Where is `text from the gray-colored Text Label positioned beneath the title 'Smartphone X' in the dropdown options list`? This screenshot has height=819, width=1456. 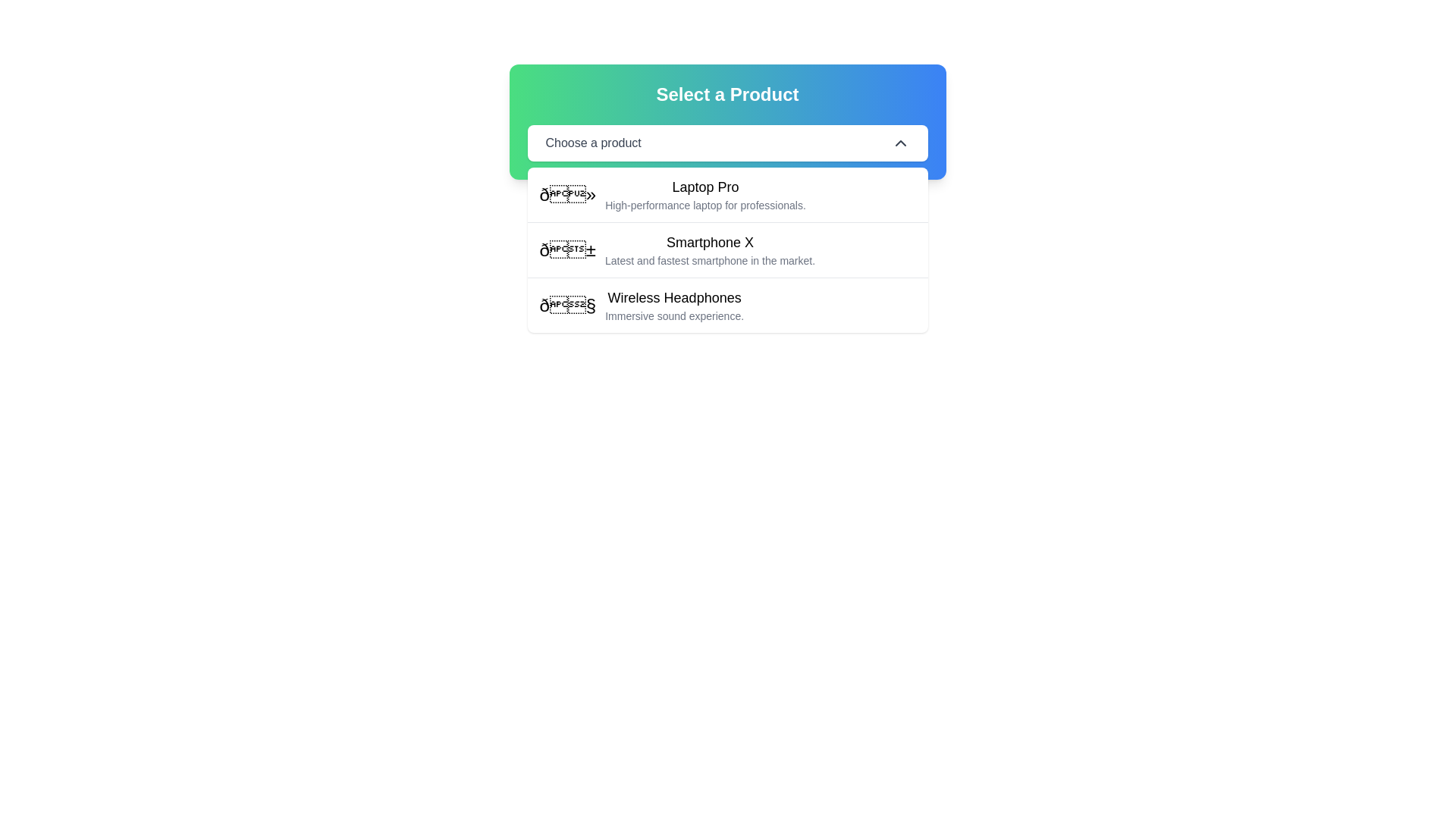
text from the gray-colored Text Label positioned beneath the title 'Smartphone X' in the dropdown options list is located at coordinates (709, 259).